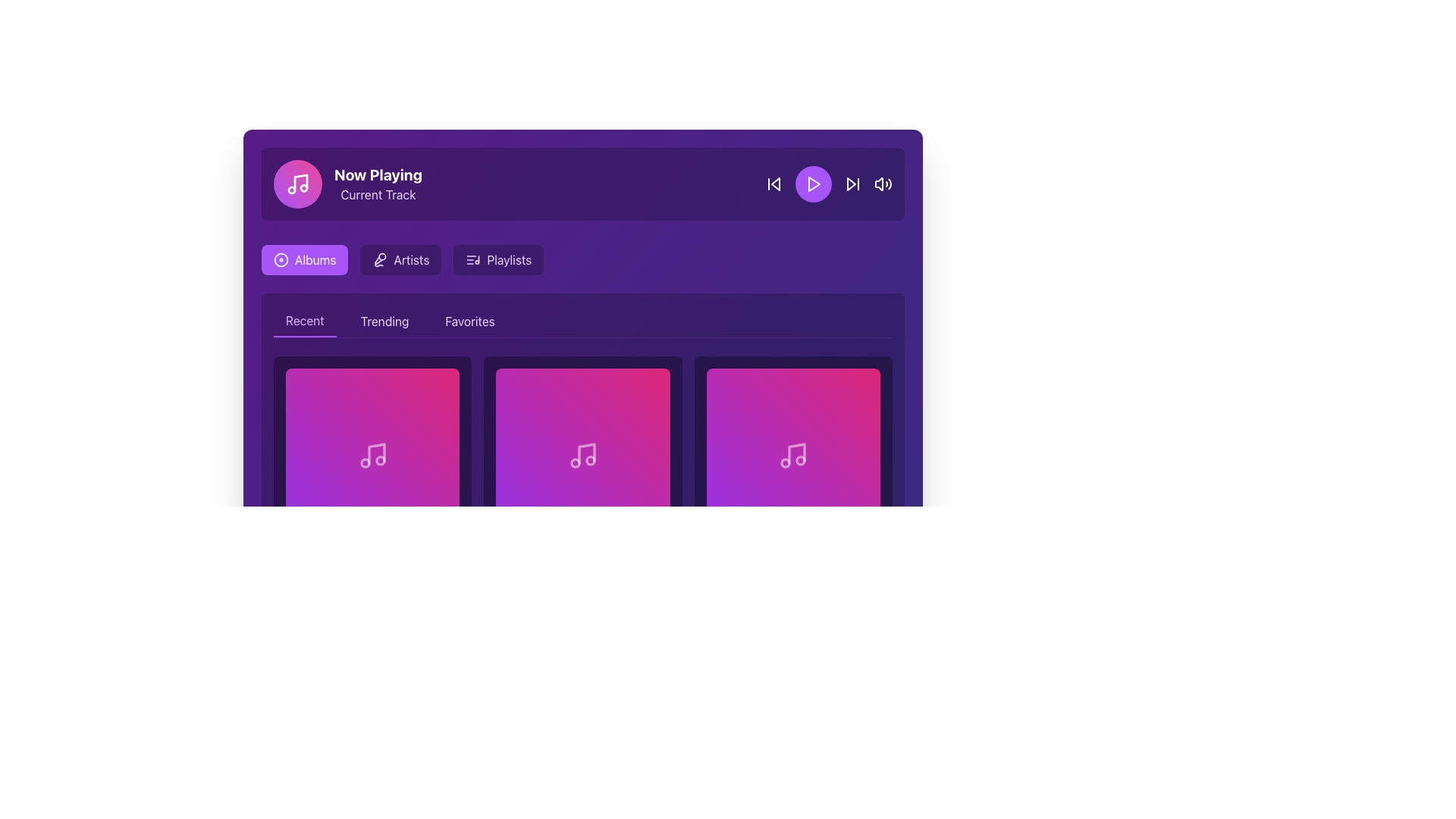 The image size is (1456, 819). What do you see at coordinates (883, 184) in the screenshot?
I see `the volume control icon button located in the top-right corner of the interface` at bounding box center [883, 184].